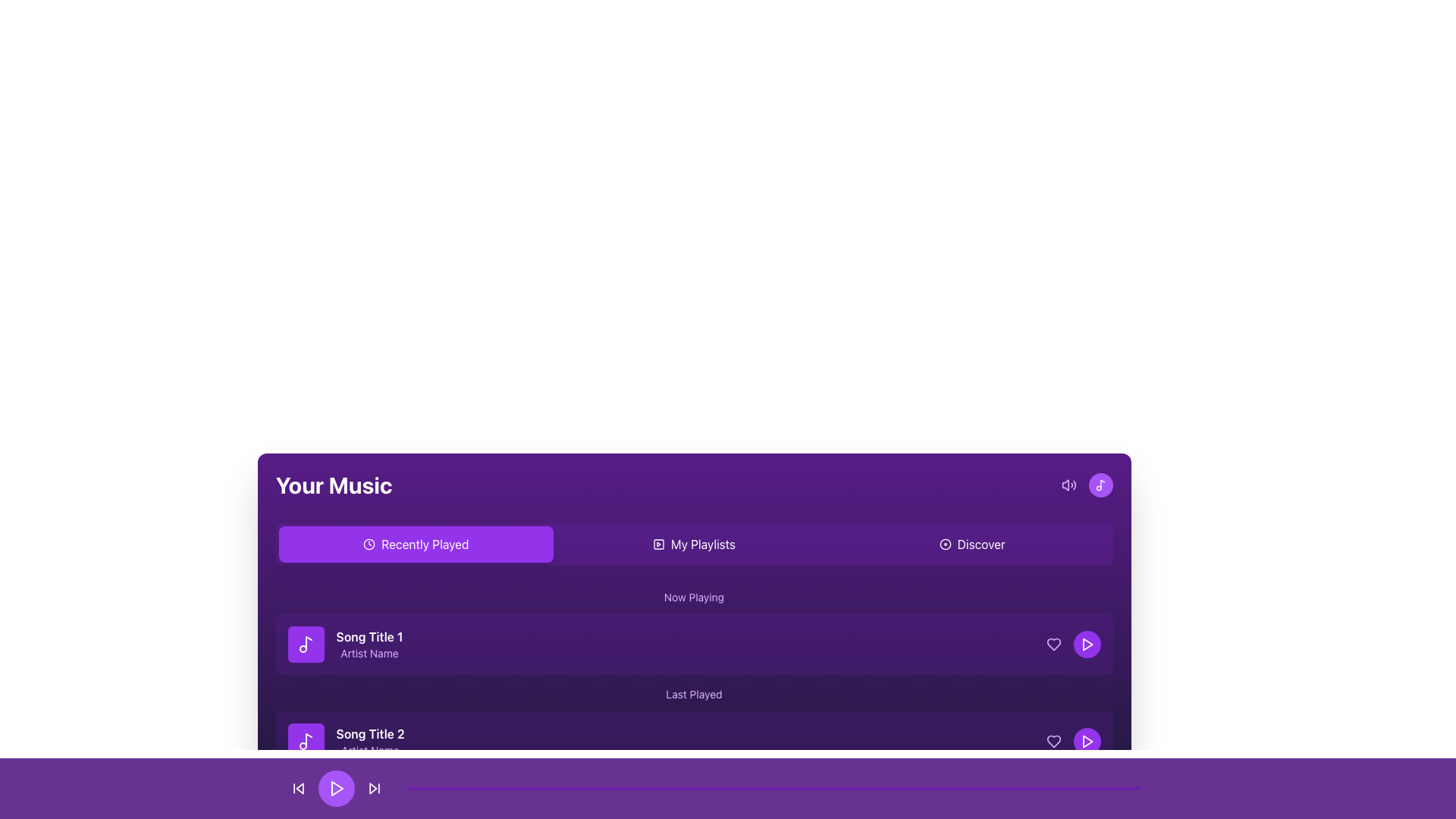 Image resolution: width=1456 pixels, height=819 pixels. I want to click on the music-related icon located in the top-right corner of the application header, which is part of a circular background and aligned with other functional icons, so click(1100, 485).